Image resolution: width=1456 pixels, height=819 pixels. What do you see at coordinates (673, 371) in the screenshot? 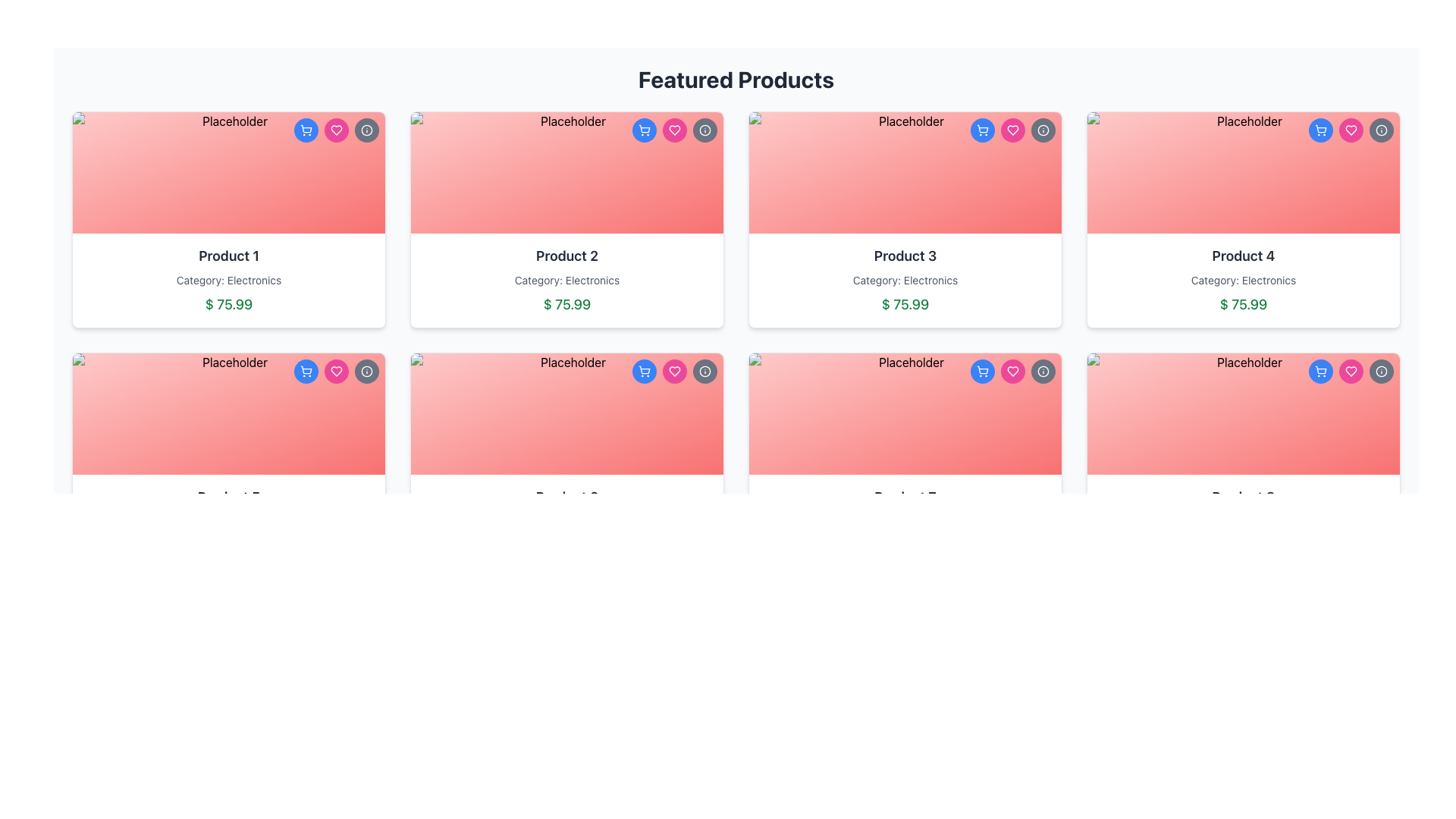
I see `the heart-shaped icon filled with pink color in the header section of the product item card to mark the product as a favorite` at bounding box center [673, 371].